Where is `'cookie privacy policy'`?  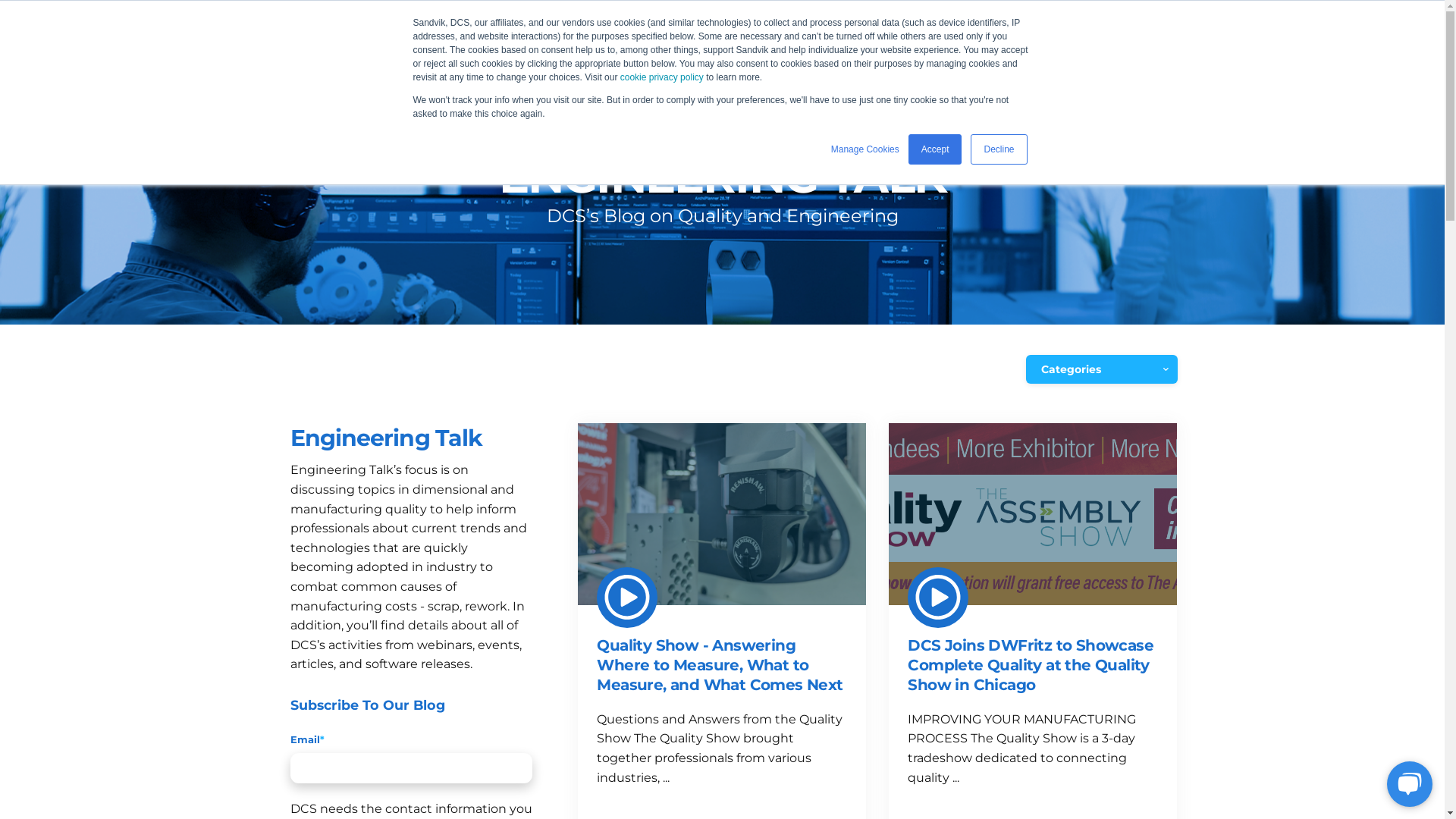 'cookie privacy policy' is located at coordinates (662, 77).